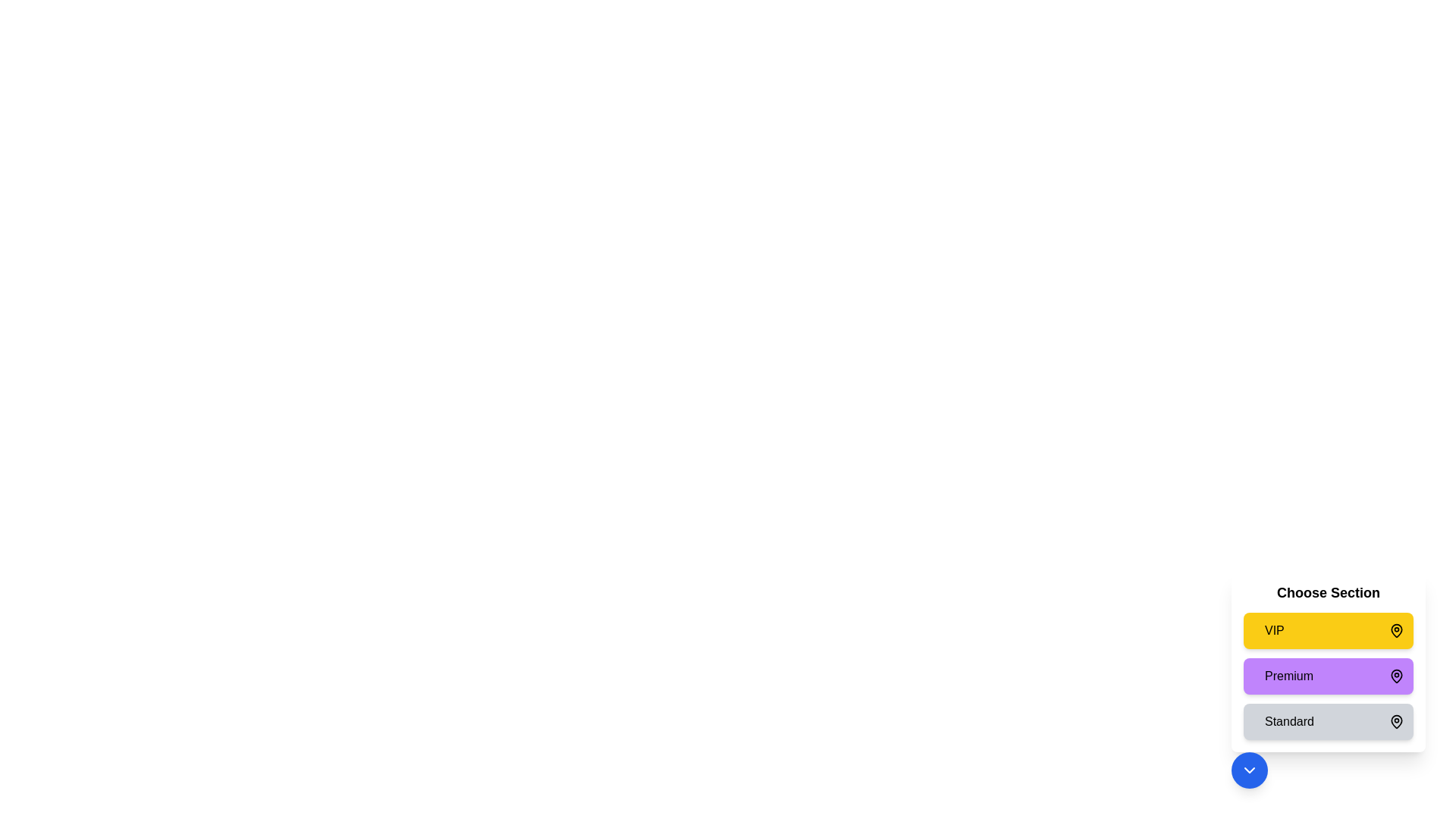 This screenshot has width=1456, height=819. Describe the element at coordinates (1328, 721) in the screenshot. I see `the seating section Standard by clicking on the respective section card` at that location.